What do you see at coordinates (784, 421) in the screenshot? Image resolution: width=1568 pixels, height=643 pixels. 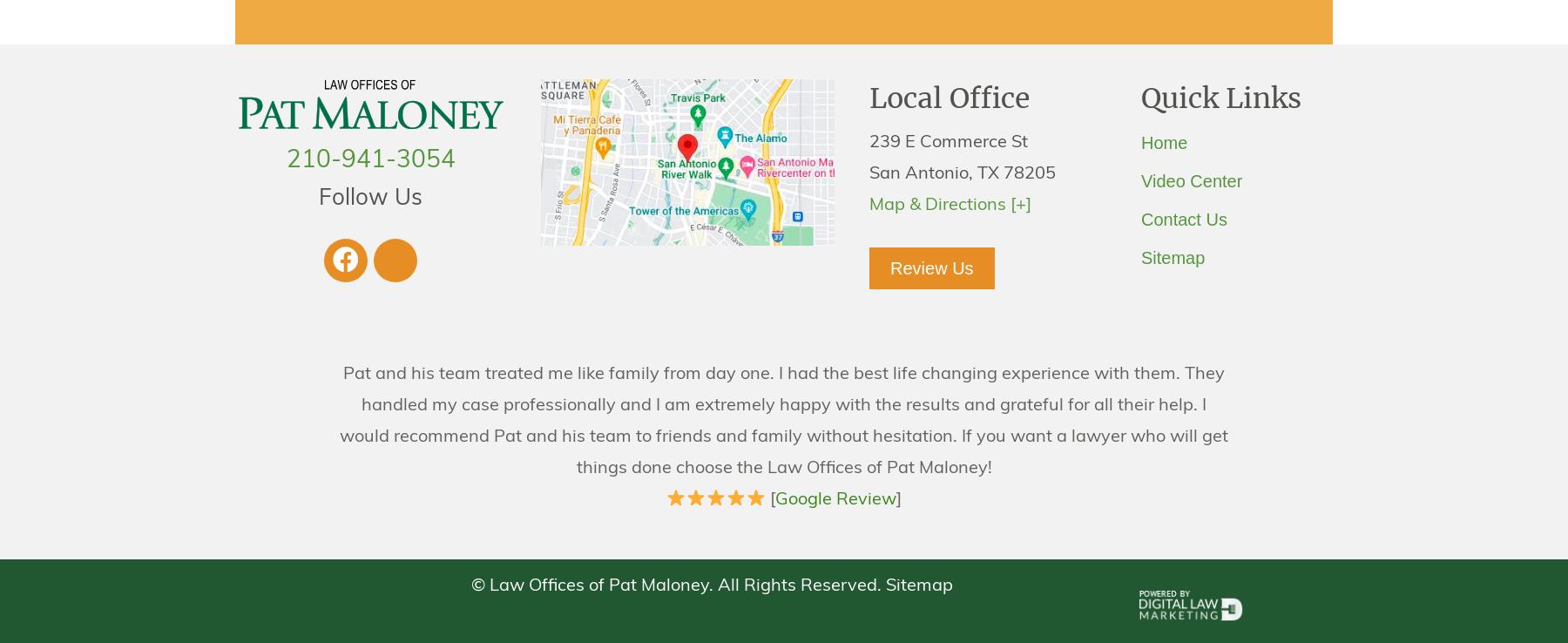 I see `'Pat and his team treated me like family from day one. I had the best life changing experience with them. They handled my case professionally and I am extremely happy with the results and grateful for all their help. I would recommend Pat and his team to friends and family without hesitation. If you want a lawyer who will get things done choose the Law Offices of Pat Maloney!'` at bounding box center [784, 421].